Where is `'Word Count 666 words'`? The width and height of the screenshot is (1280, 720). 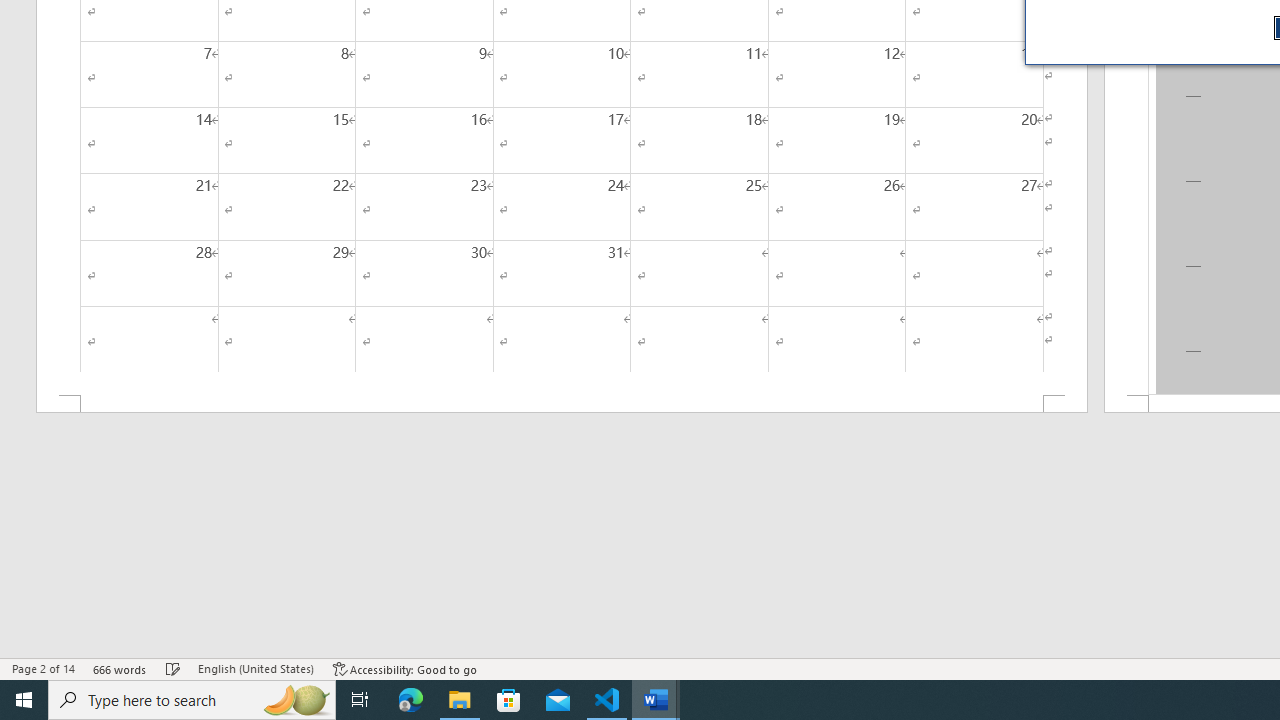 'Word Count 666 words' is located at coordinates (119, 669).